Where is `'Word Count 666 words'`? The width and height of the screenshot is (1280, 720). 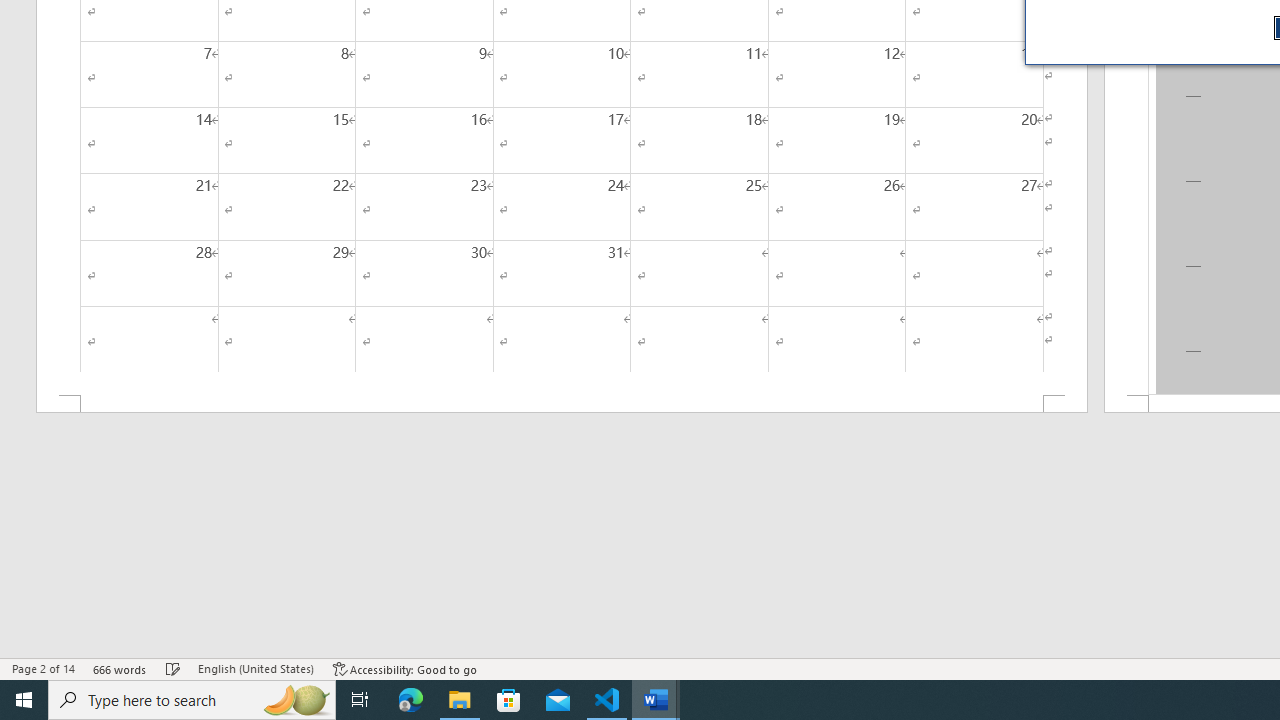 'Word Count 666 words' is located at coordinates (119, 669).